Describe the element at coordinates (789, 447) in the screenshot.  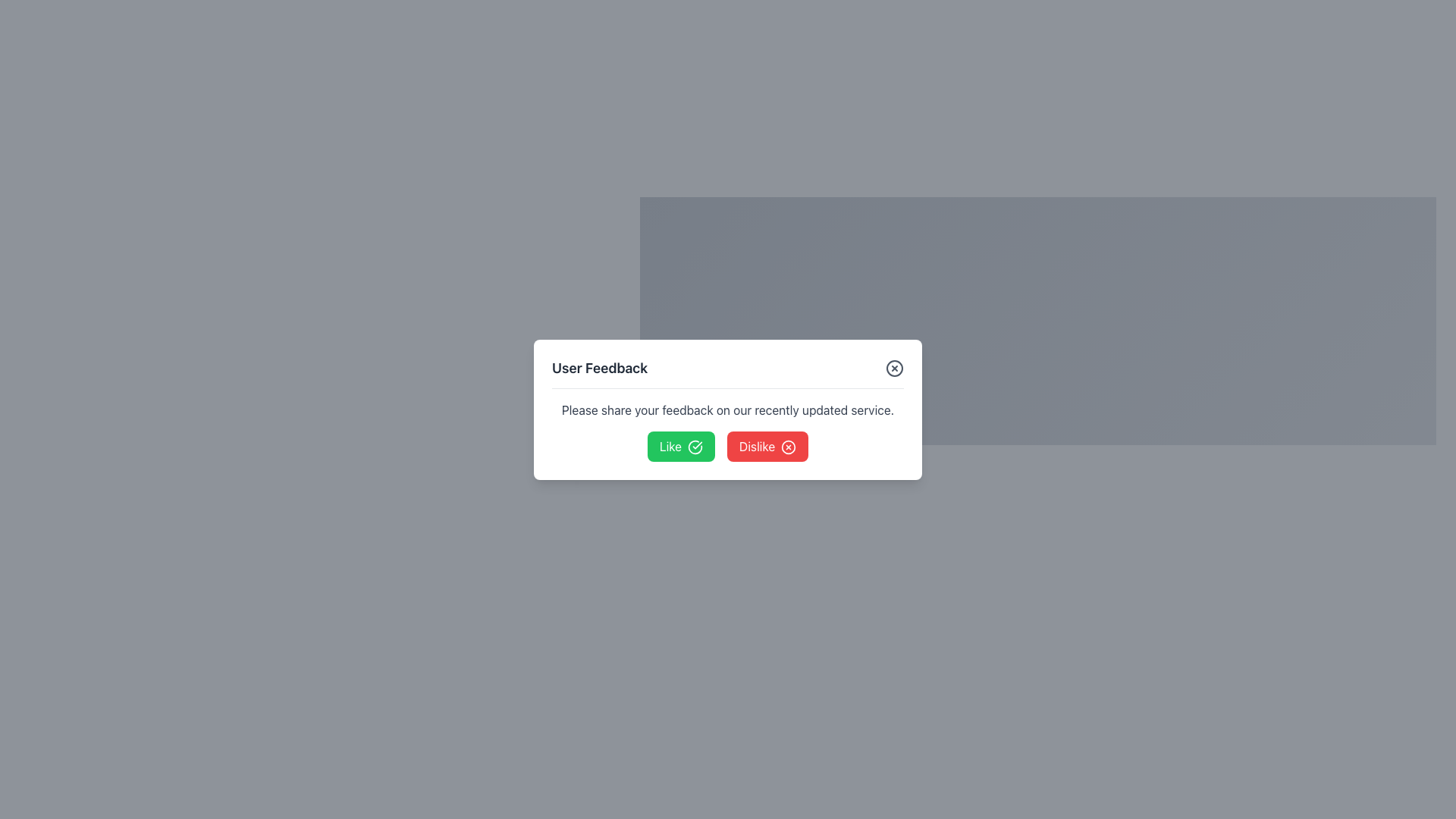
I see `the small graphic icon within the 'Dislike' button, which visually represents a negative action` at that location.